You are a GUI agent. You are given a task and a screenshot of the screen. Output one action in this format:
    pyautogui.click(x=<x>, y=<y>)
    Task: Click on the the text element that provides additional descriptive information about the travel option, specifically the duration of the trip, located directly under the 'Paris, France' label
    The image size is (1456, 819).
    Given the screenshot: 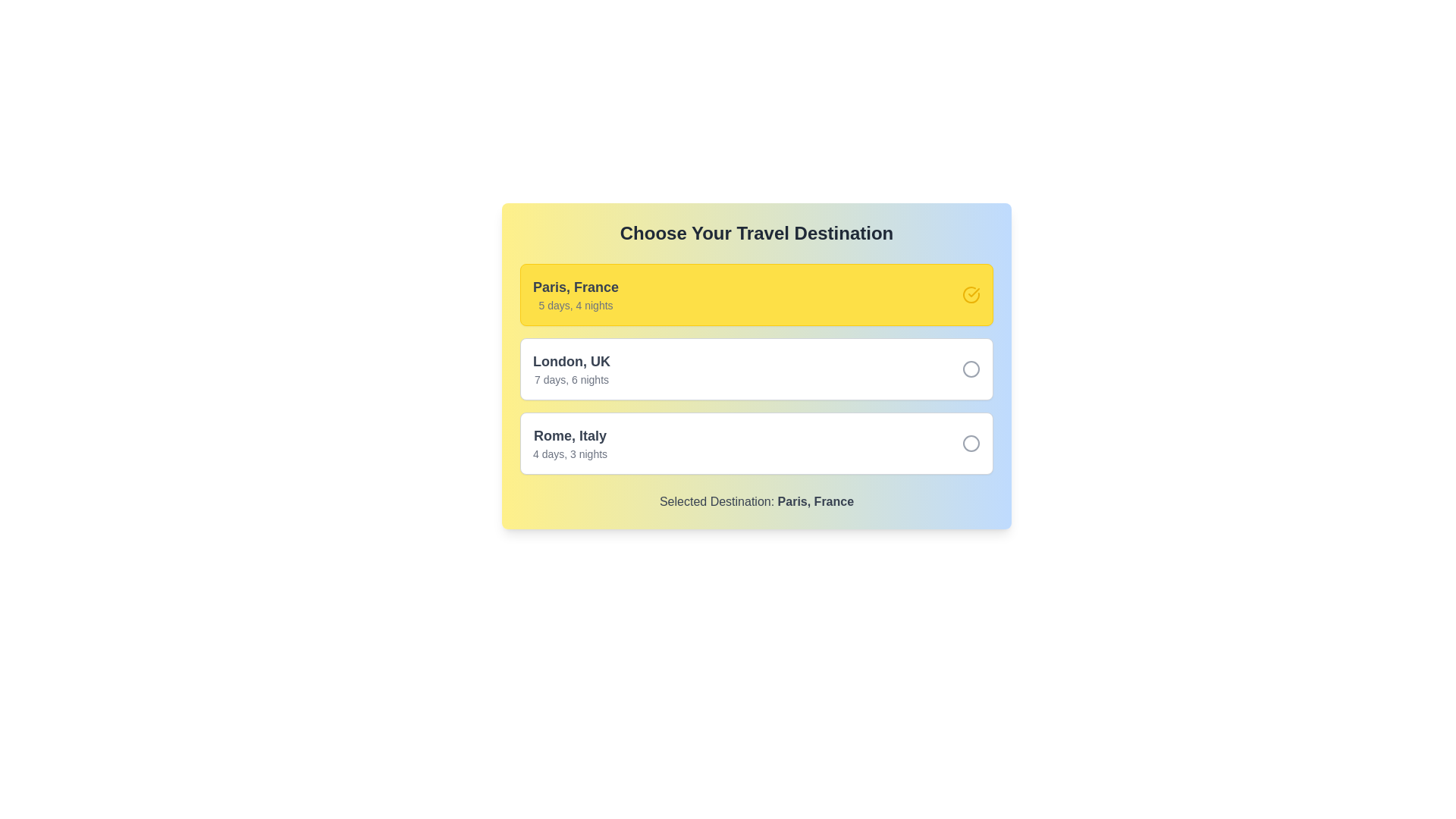 What is the action you would take?
    pyautogui.click(x=575, y=305)
    